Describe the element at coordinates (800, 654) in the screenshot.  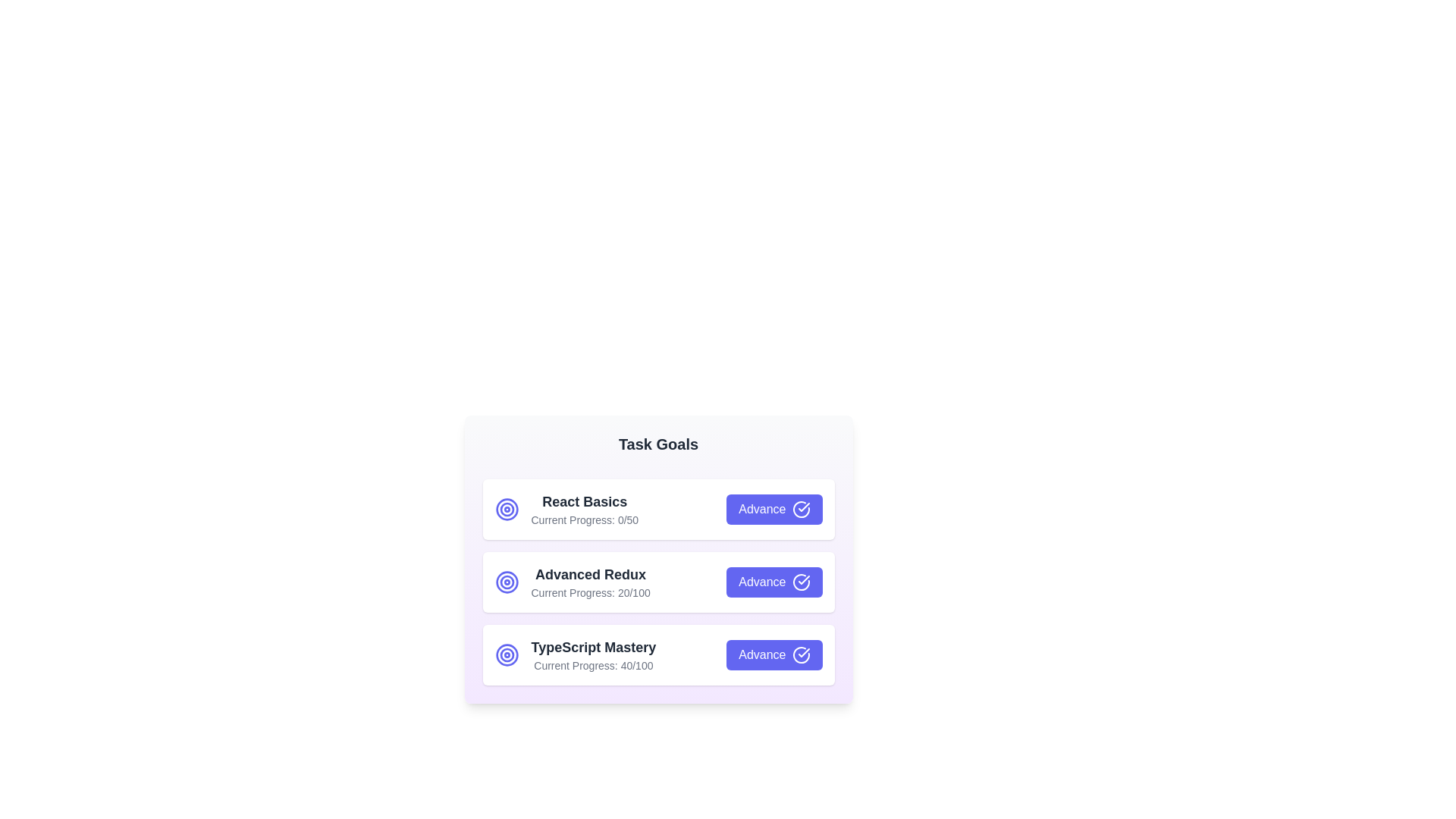
I see `the SVG graphical icon located on the far right of the 'Advance' button in the 'TypeScript Mastery' section, which serves as a confirmation or progress indicator` at that location.